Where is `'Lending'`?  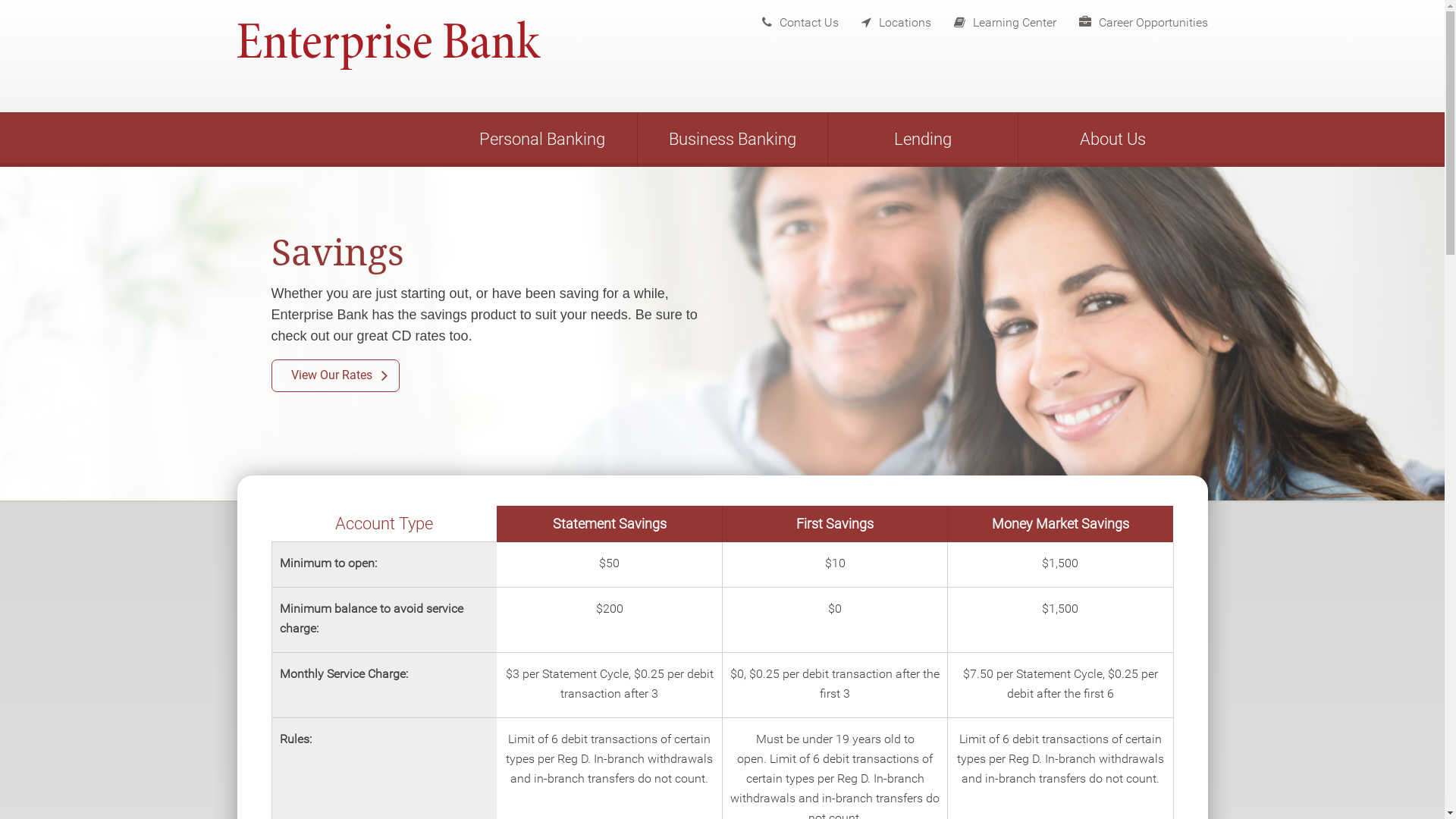
'Lending' is located at coordinates (827, 140).